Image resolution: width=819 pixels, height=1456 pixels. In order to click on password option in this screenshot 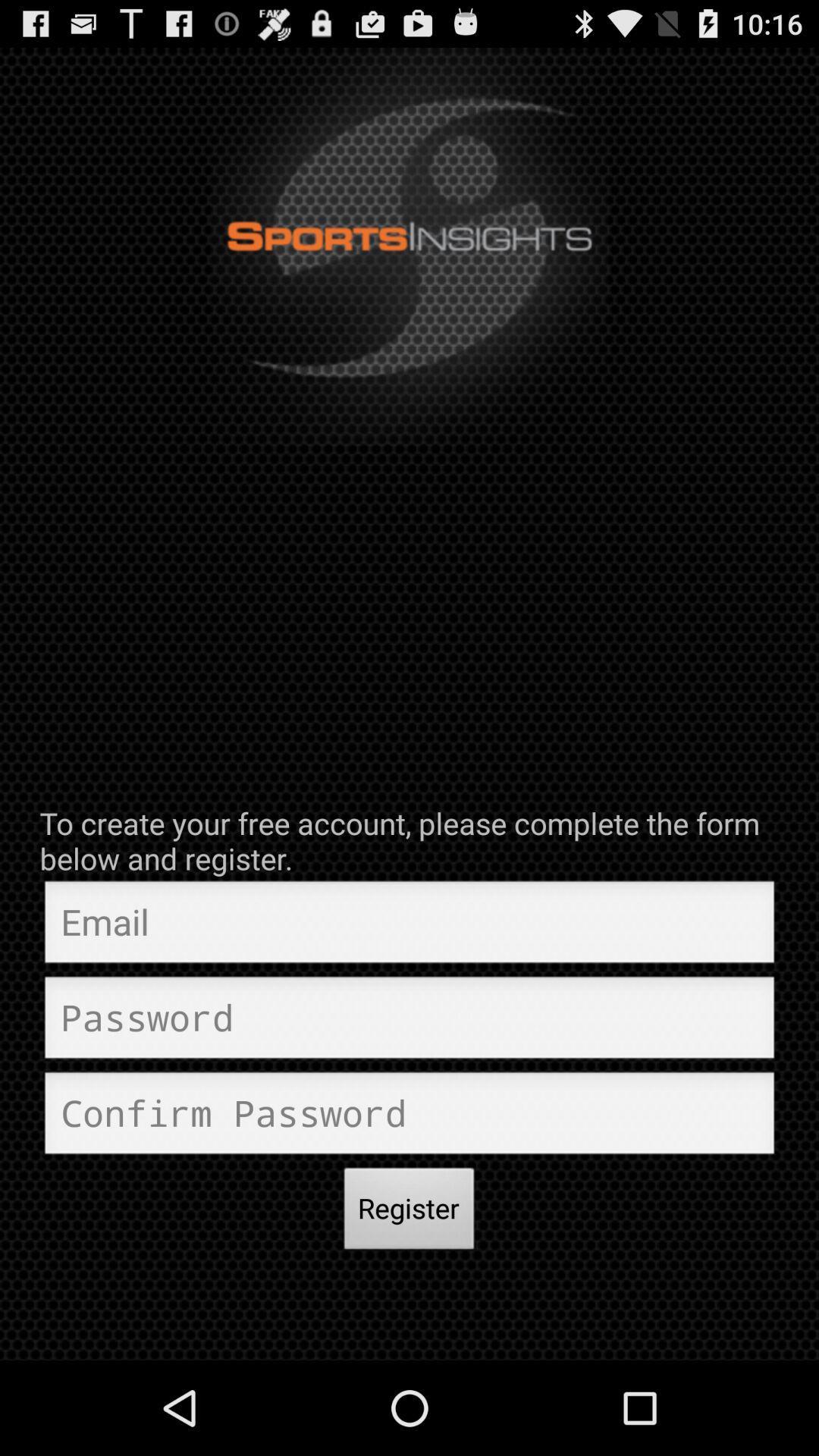, I will do `click(409, 1021)`.